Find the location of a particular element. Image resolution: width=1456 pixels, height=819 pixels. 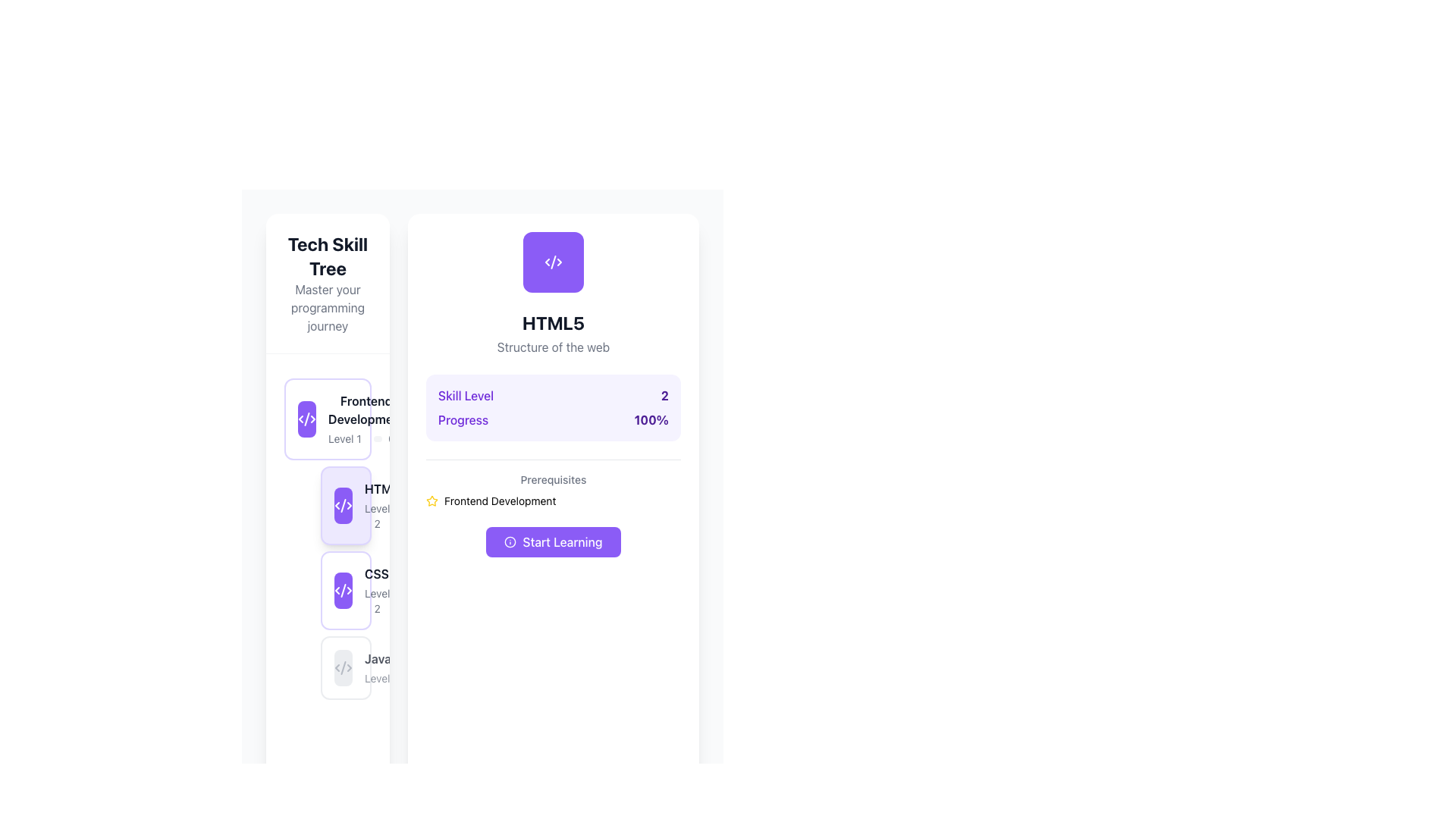

the text label displaying 'Frontend Development' located under the 'Prerequisites' section, positioned at the bottom of the right-side panel, and part of a horizontal layout with a star icon preceding it is located at coordinates (500, 500).